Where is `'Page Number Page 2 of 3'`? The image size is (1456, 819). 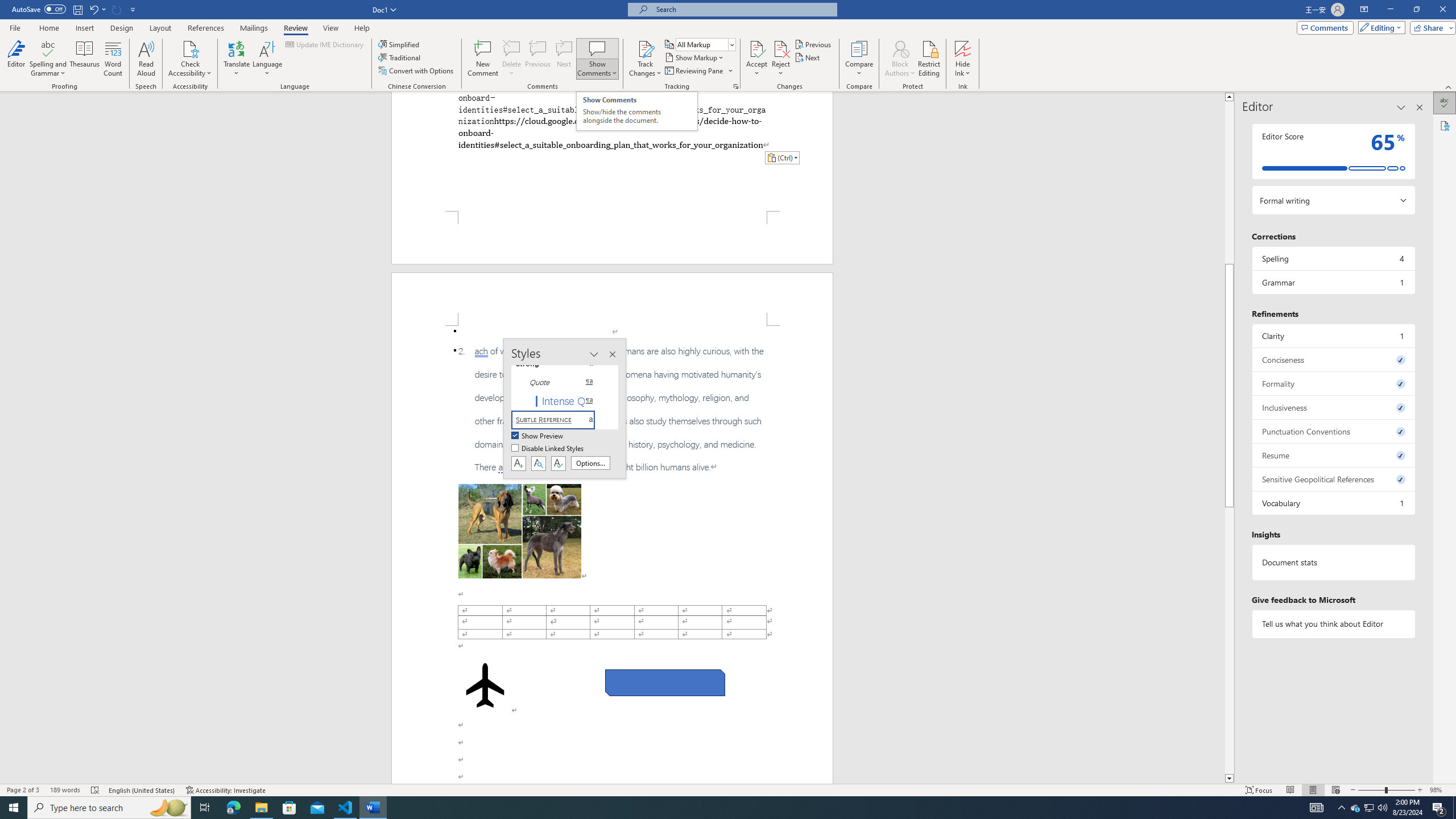 'Page Number Page 2 of 3' is located at coordinates (23, 790).